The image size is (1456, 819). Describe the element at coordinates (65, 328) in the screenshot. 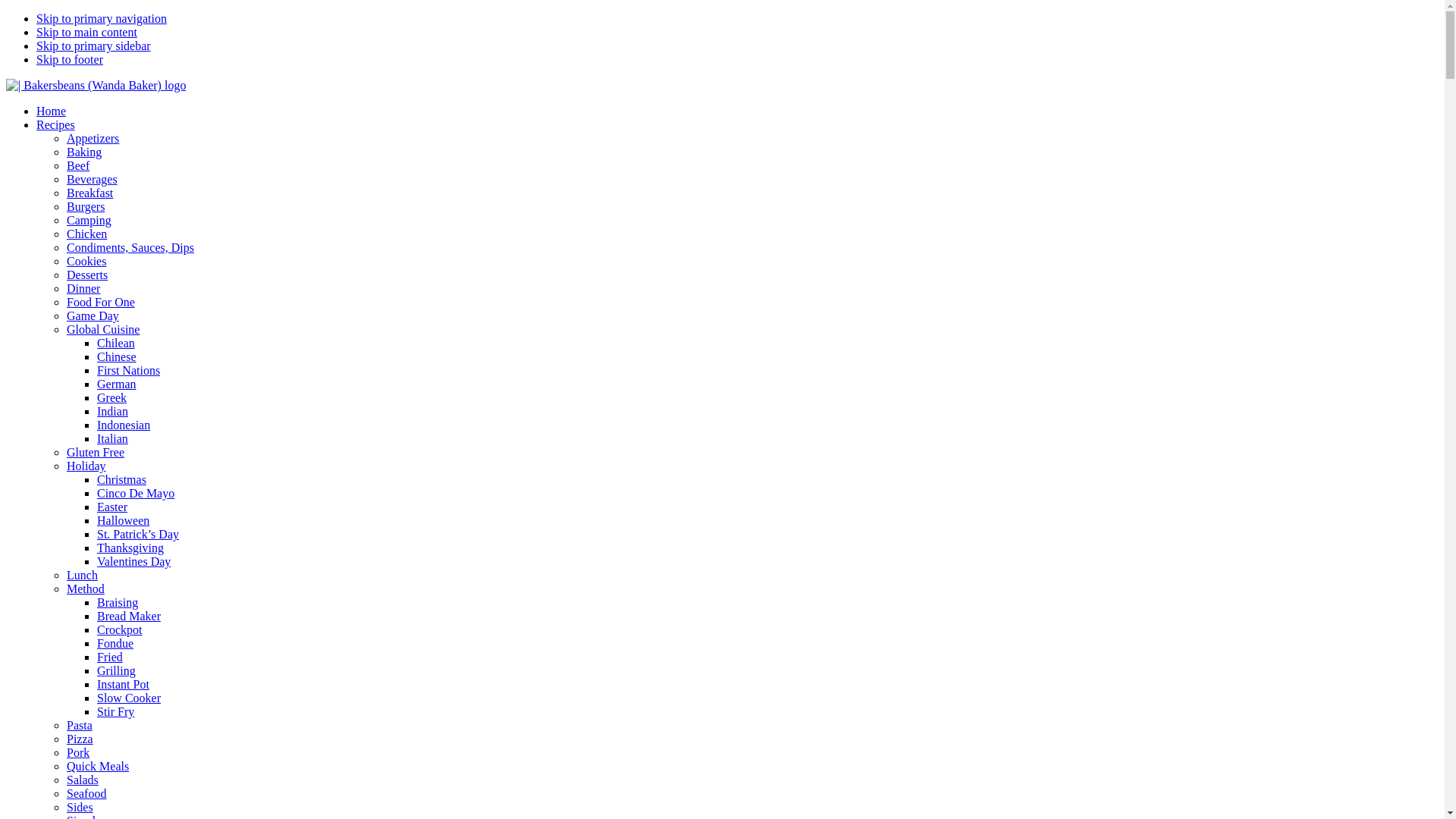

I see `'Global Cuisine'` at that location.